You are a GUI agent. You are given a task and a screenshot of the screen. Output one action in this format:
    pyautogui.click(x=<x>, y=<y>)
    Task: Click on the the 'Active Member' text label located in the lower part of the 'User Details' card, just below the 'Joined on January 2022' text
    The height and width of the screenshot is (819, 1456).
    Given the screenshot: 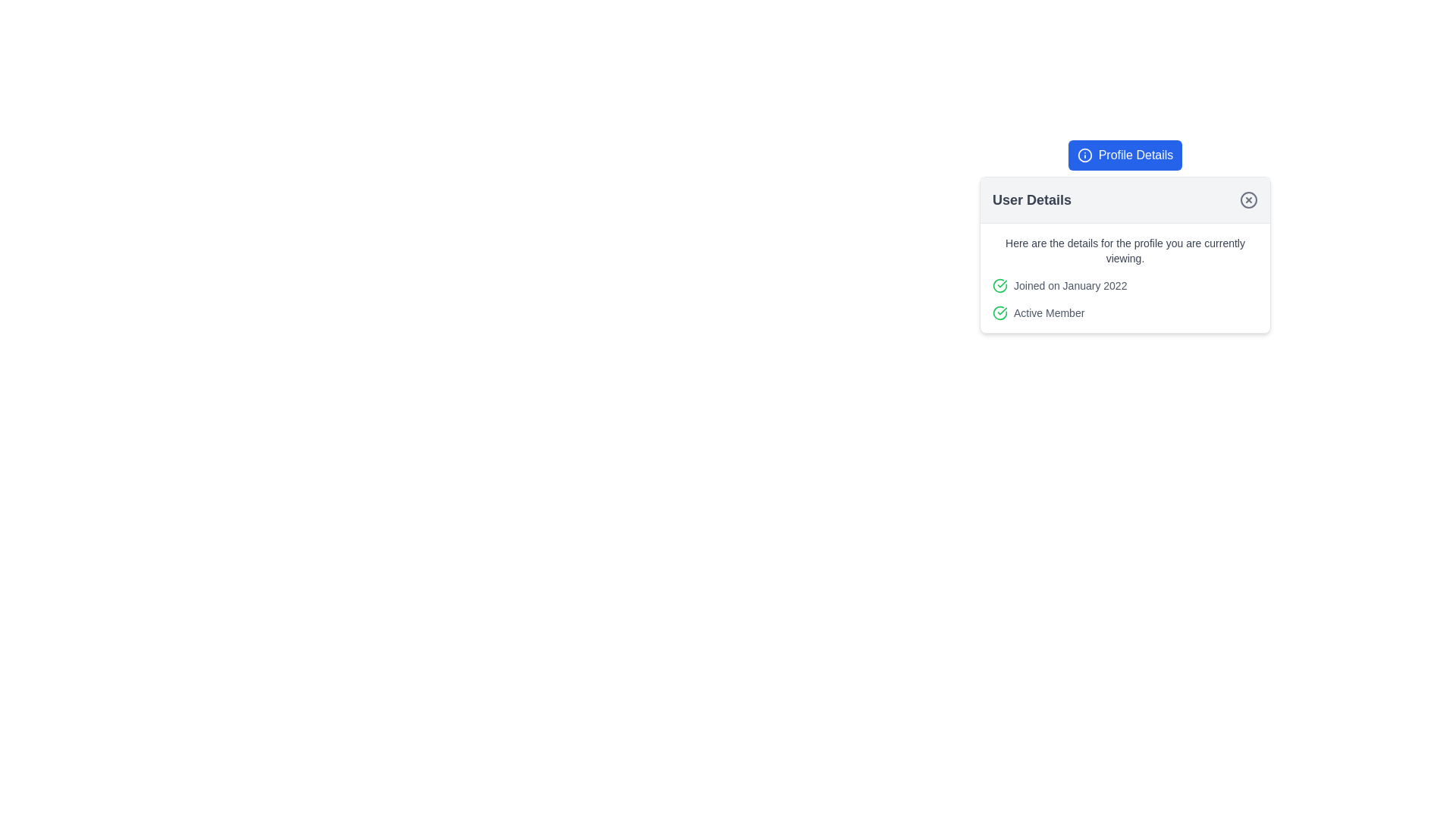 What is the action you would take?
    pyautogui.click(x=1048, y=312)
    